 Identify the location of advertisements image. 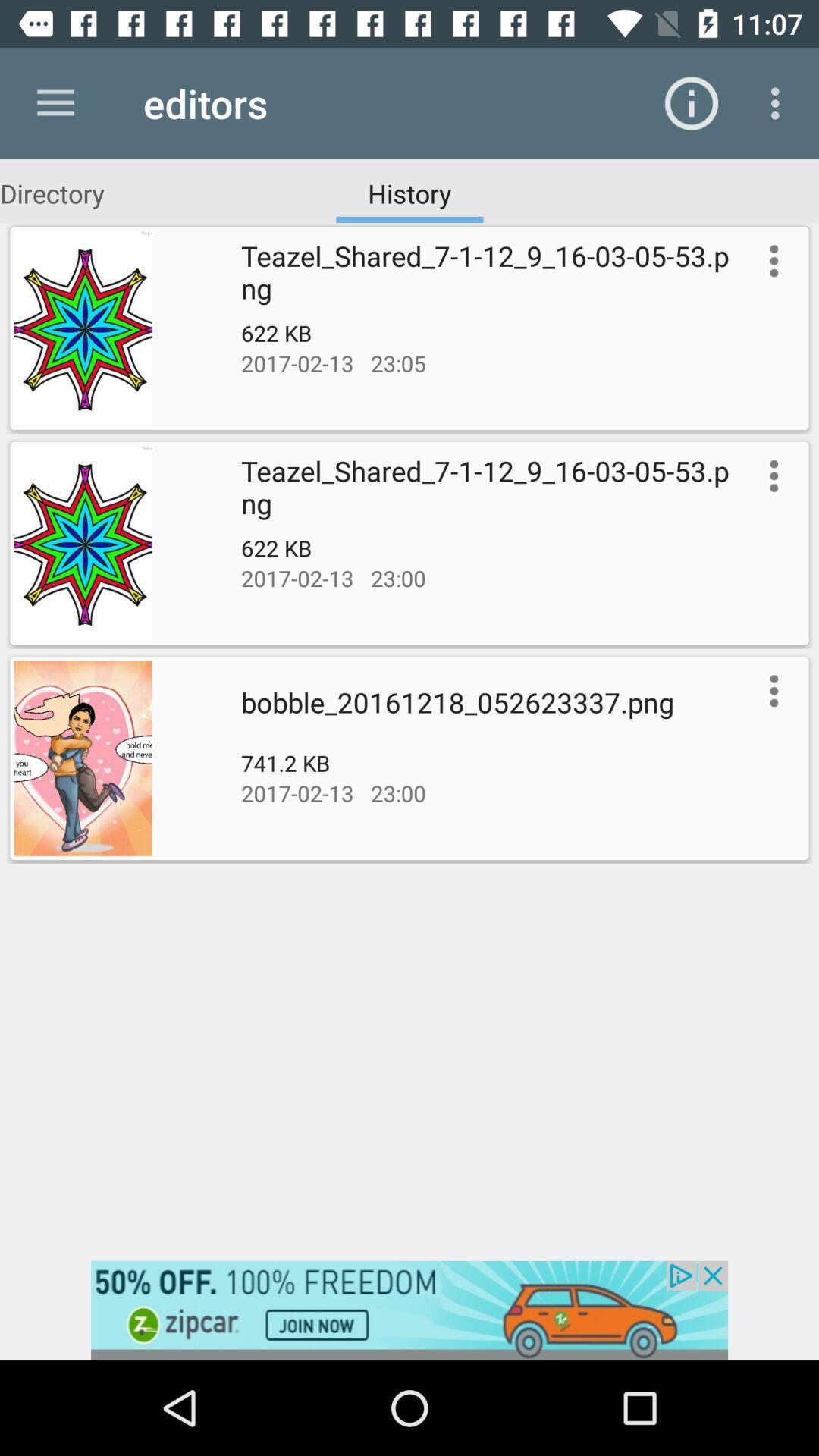
(409, 1310).